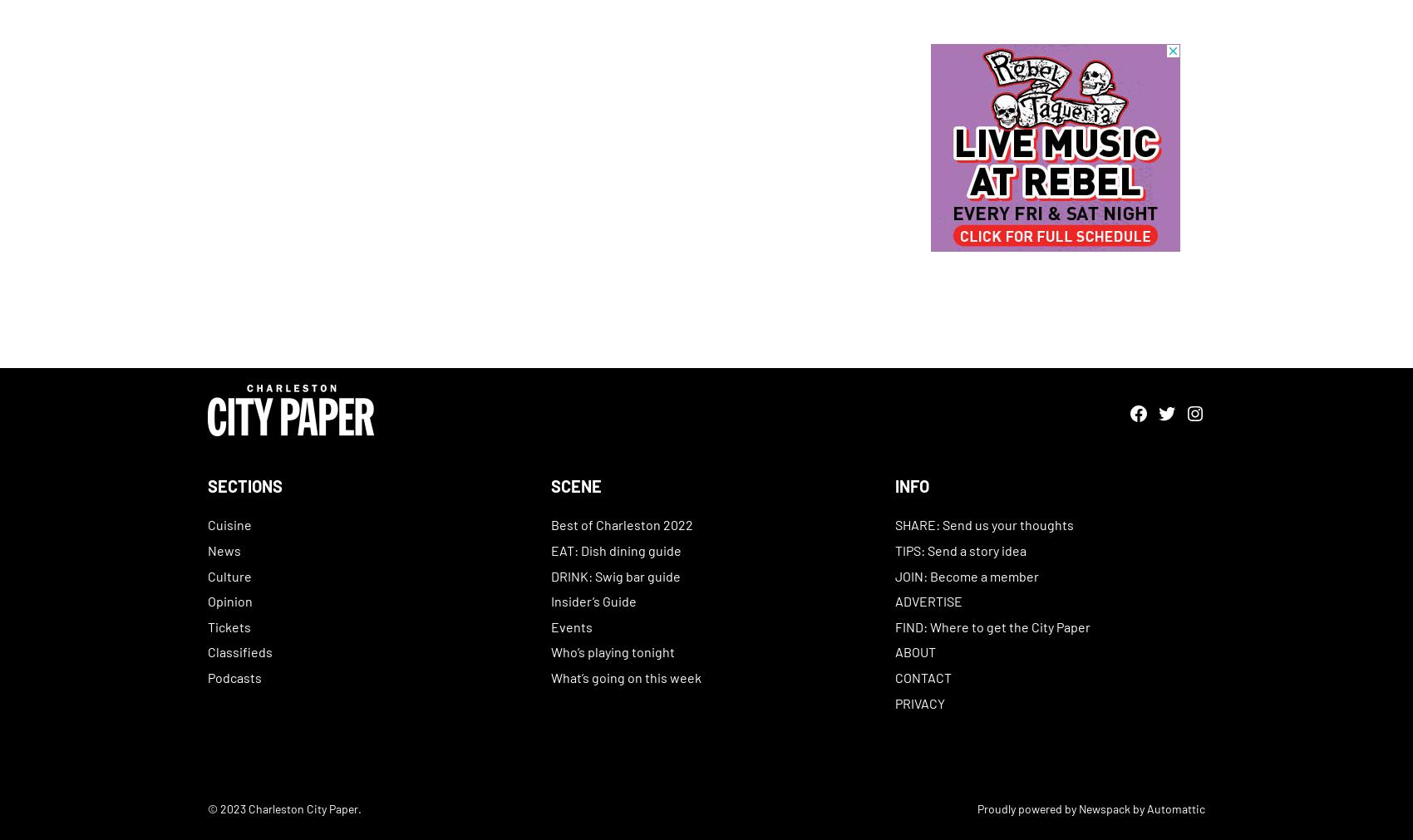 The image size is (1413, 840). I want to click on 'Who’s playing tonight', so click(613, 651).